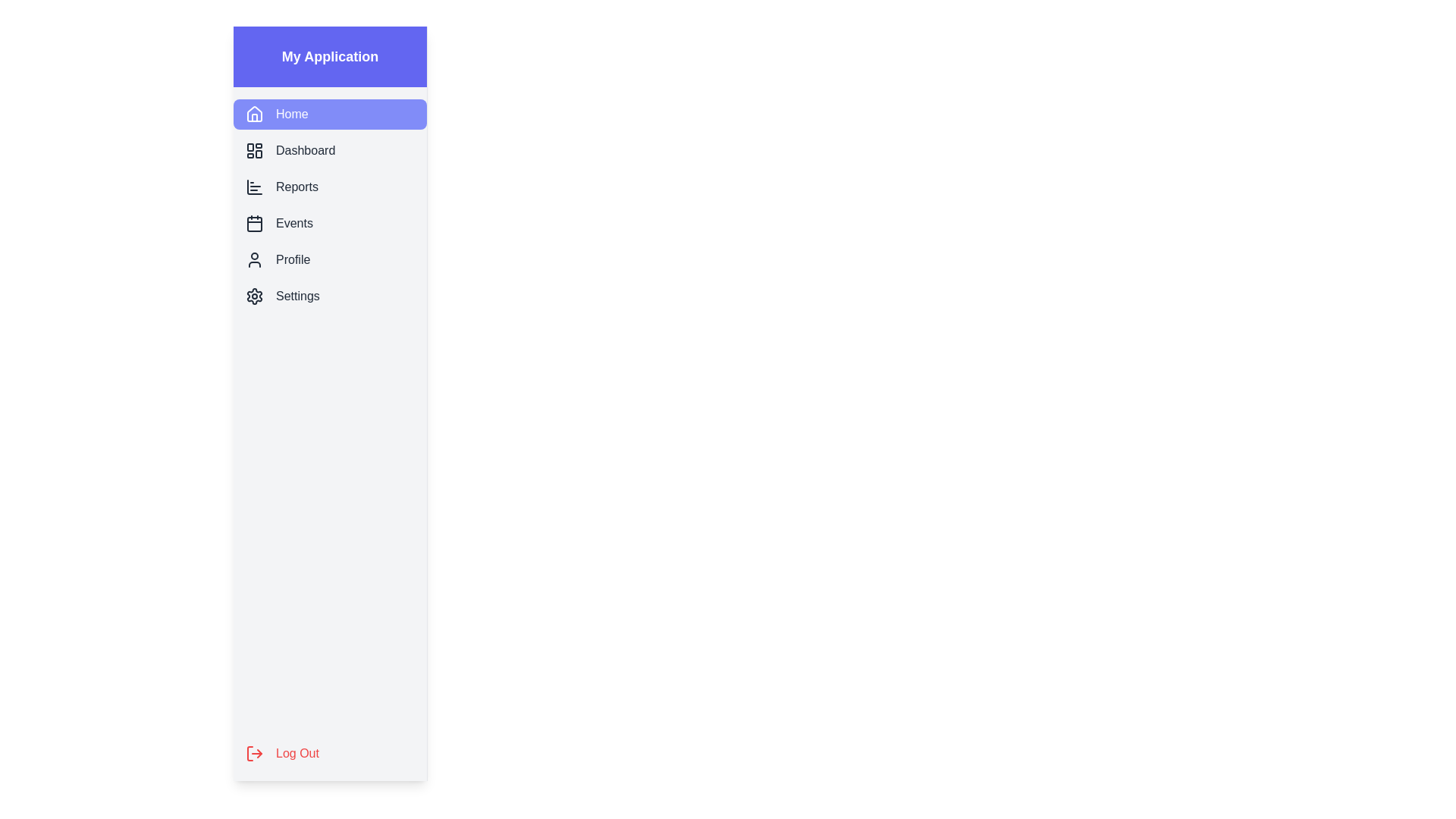 The image size is (1456, 819). Describe the element at coordinates (329, 259) in the screenshot. I see `the 'Profile' navigation menu item, which is styled with padding and rounded corners and is located between 'Events' and 'Settings' in the sidebar` at that location.